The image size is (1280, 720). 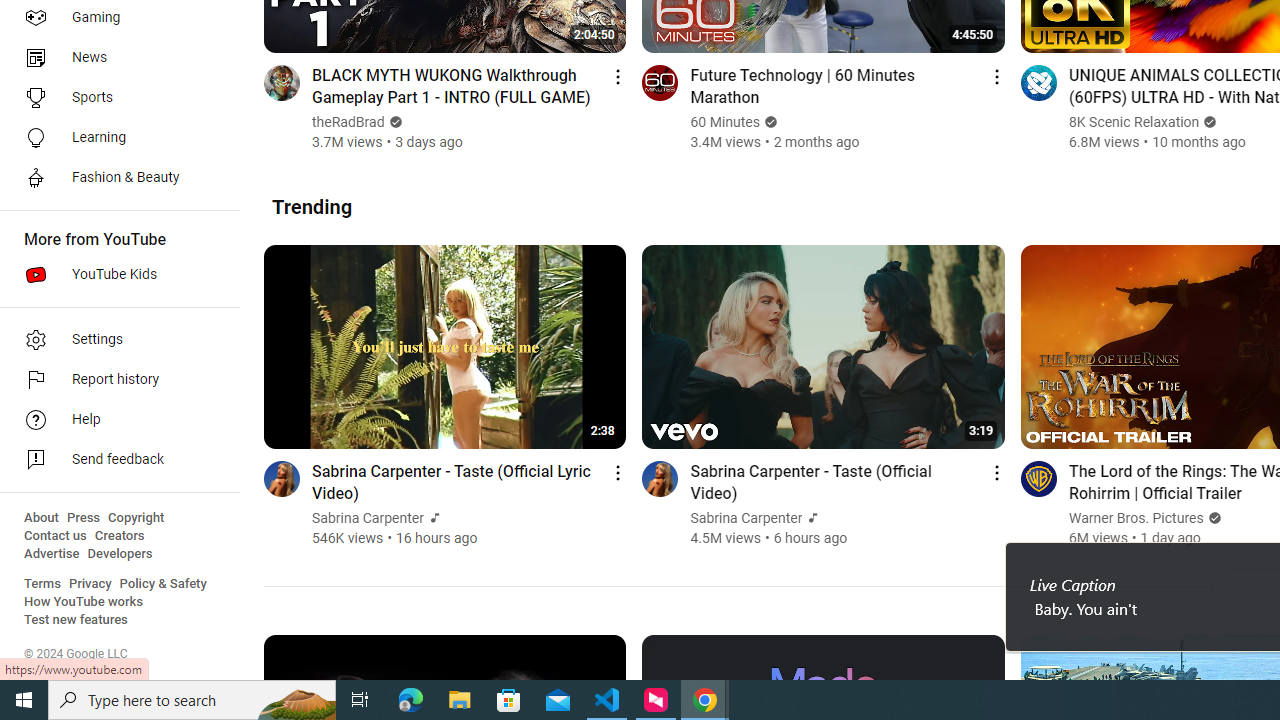 What do you see at coordinates (112, 136) in the screenshot?
I see `'Learning'` at bounding box center [112, 136].